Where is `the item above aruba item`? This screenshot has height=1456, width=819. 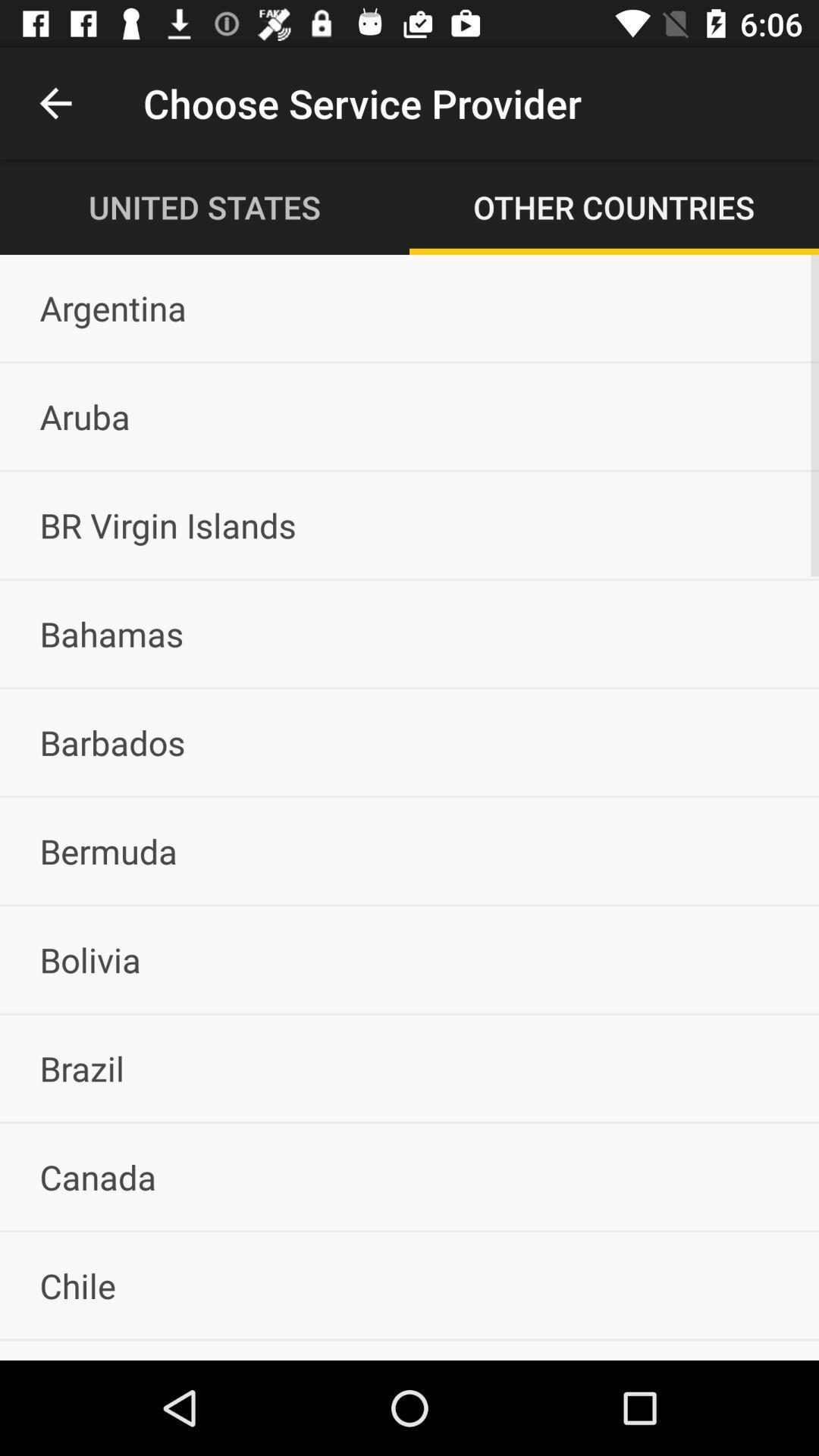 the item above aruba item is located at coordinates (409, 307).